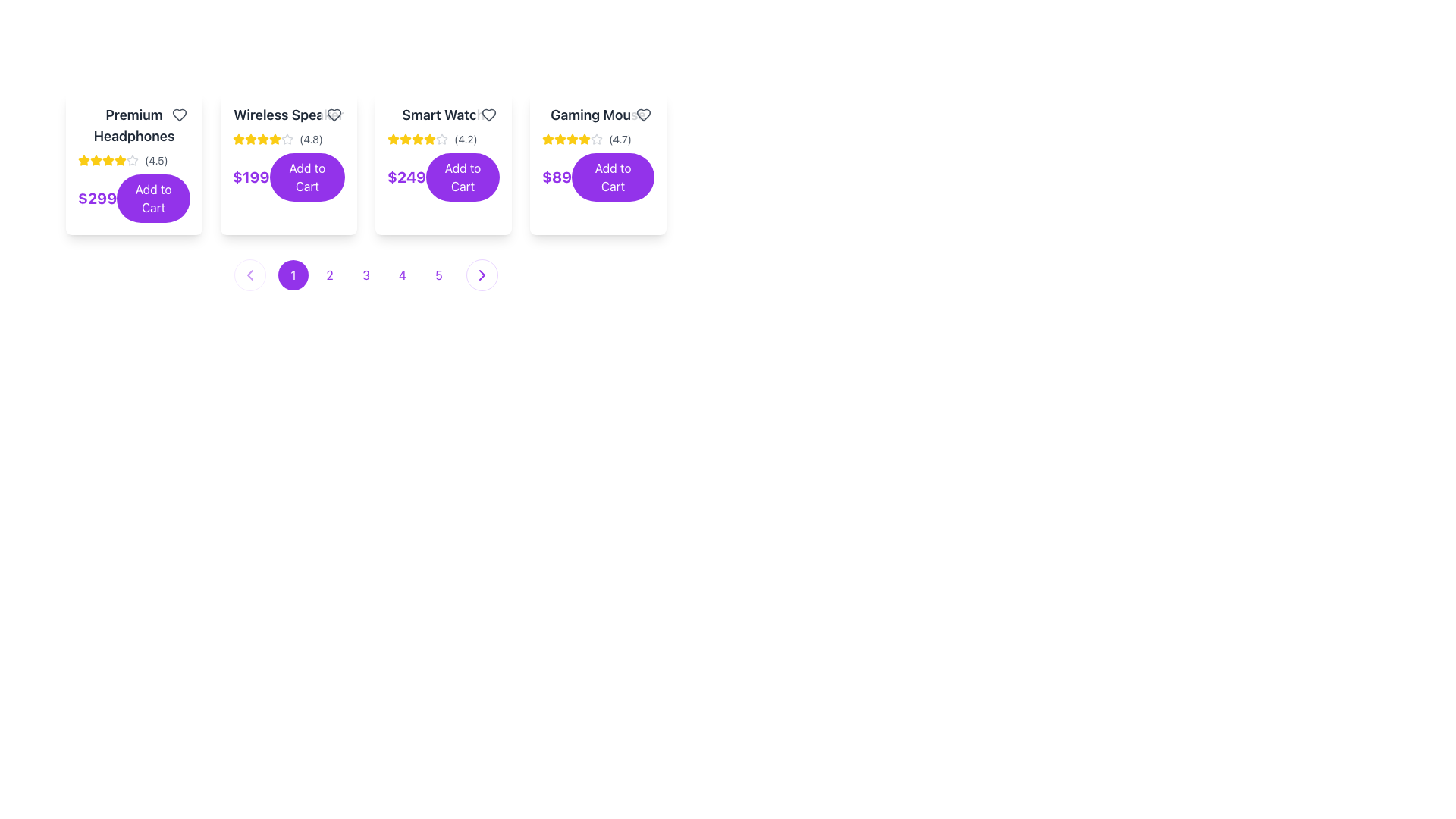  I want to click on the first star icon in the five-star rating system, located within the 'Premium Headphones' card, so click(83, 160).